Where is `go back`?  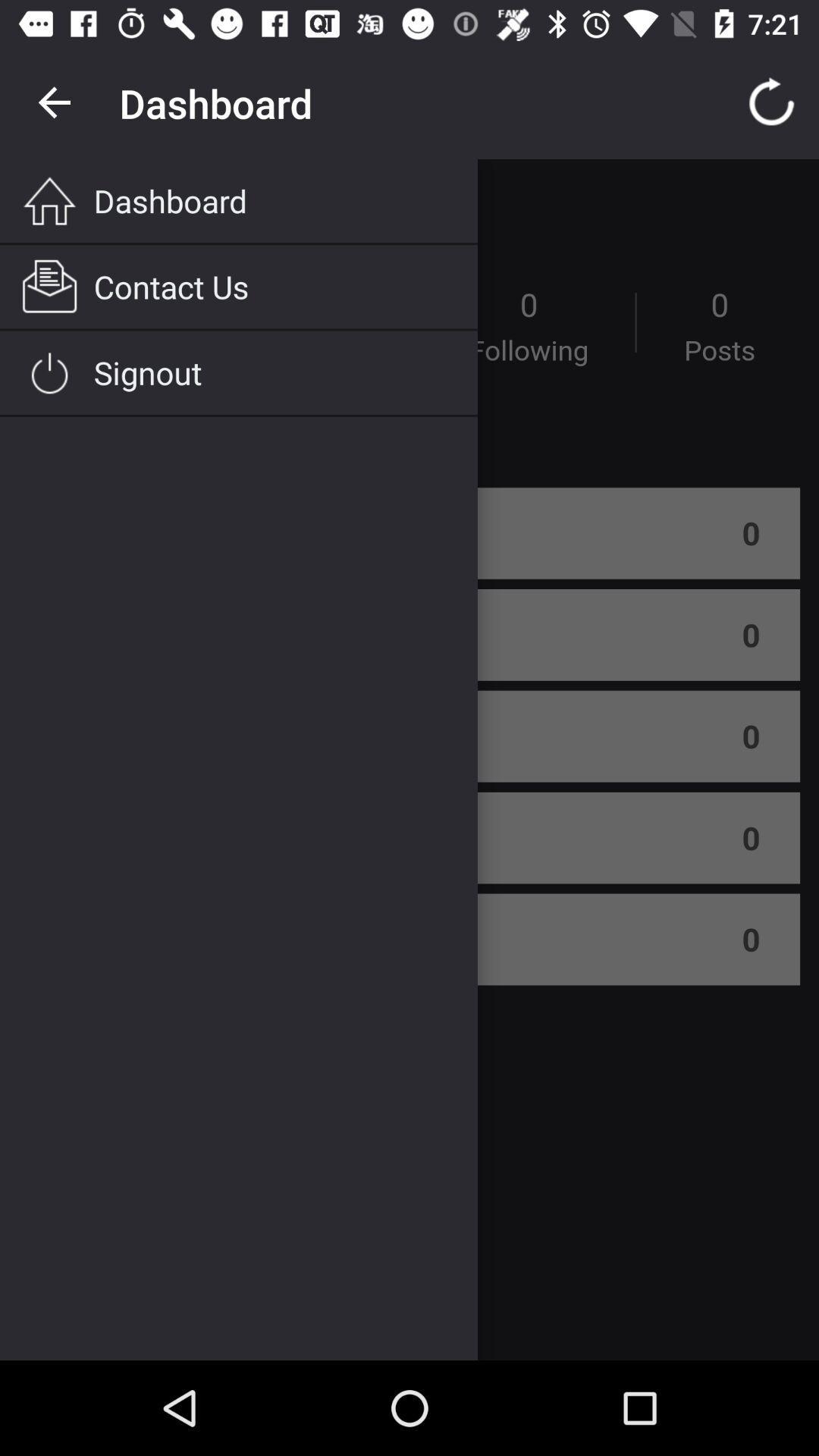
go back is located at coordinates (55, 102).